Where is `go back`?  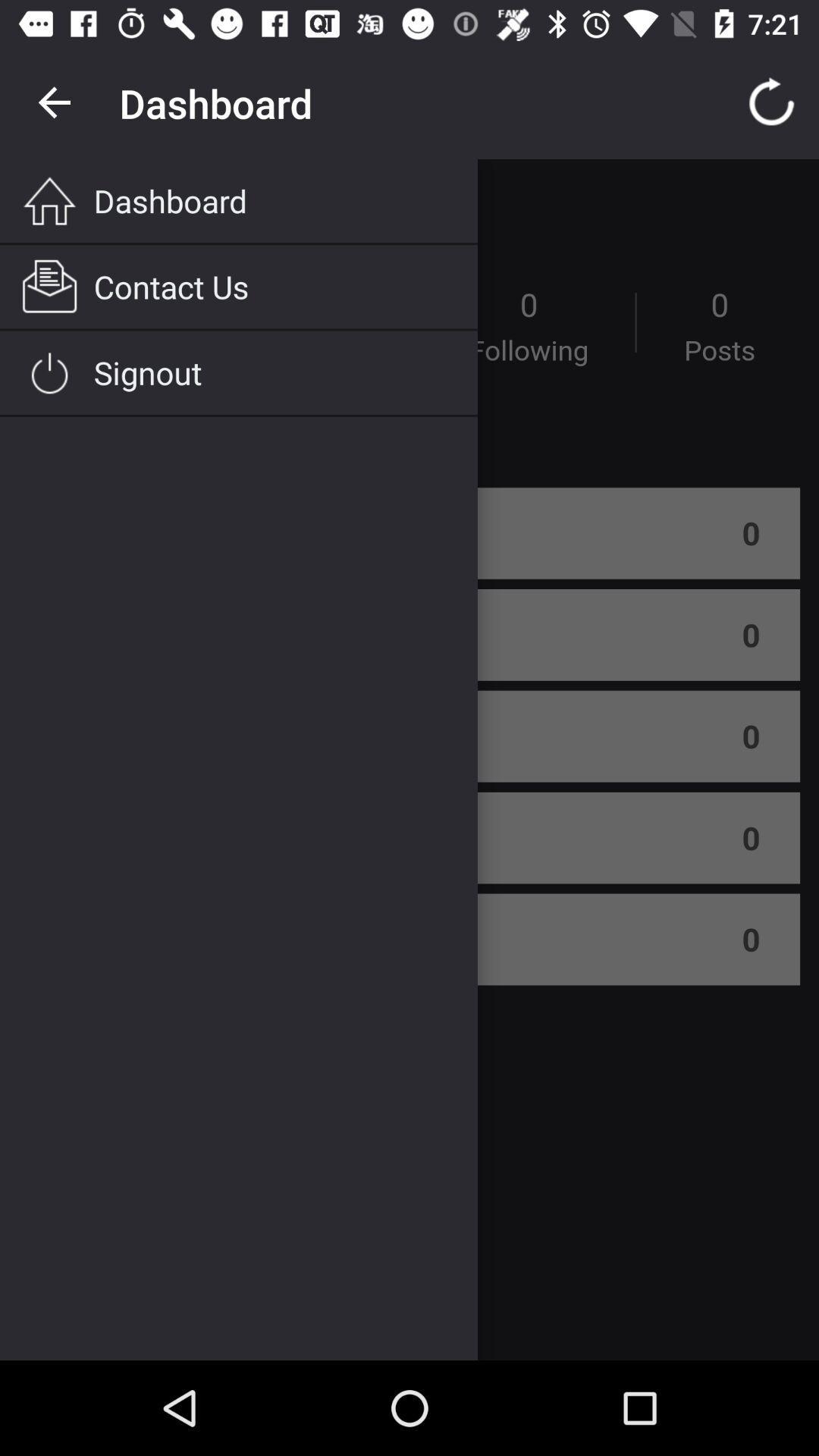
go back is located at coordinates (55, 102).